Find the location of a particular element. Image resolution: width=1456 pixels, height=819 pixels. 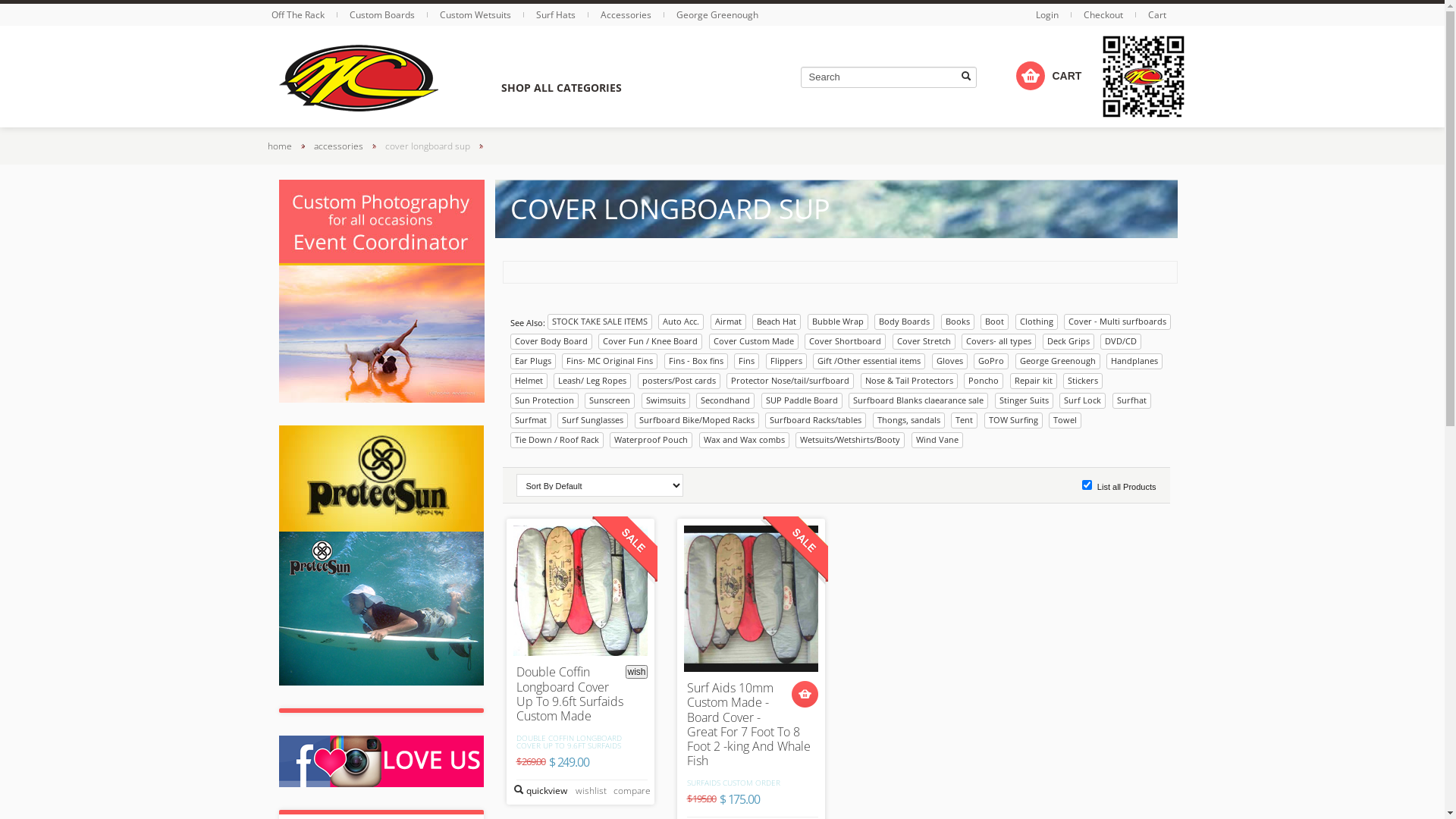

'Wax and Wax combs' is located at coordinates (698, 440).